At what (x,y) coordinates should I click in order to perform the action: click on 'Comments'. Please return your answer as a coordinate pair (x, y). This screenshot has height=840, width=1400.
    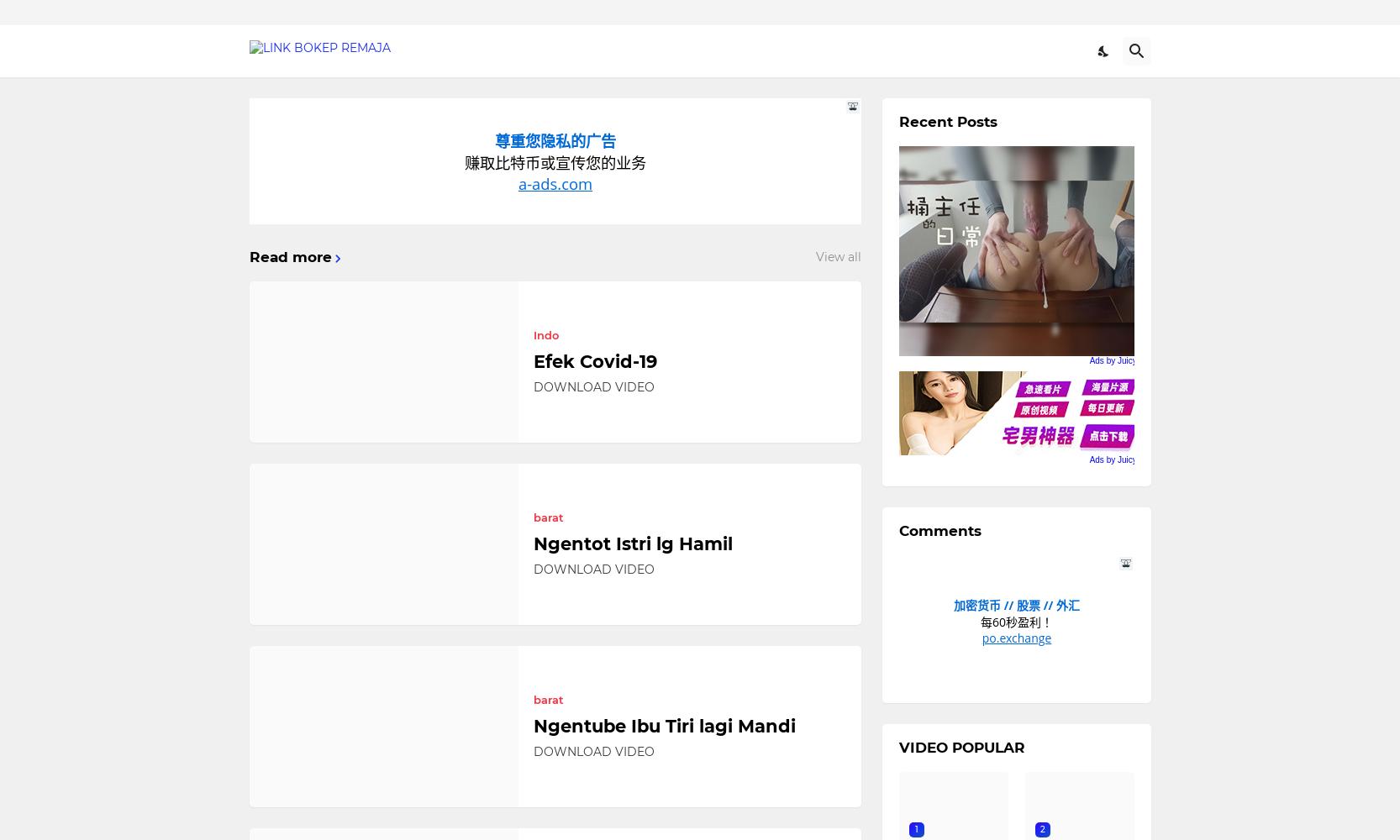
    Looking at the image, I should click on (897, 531).